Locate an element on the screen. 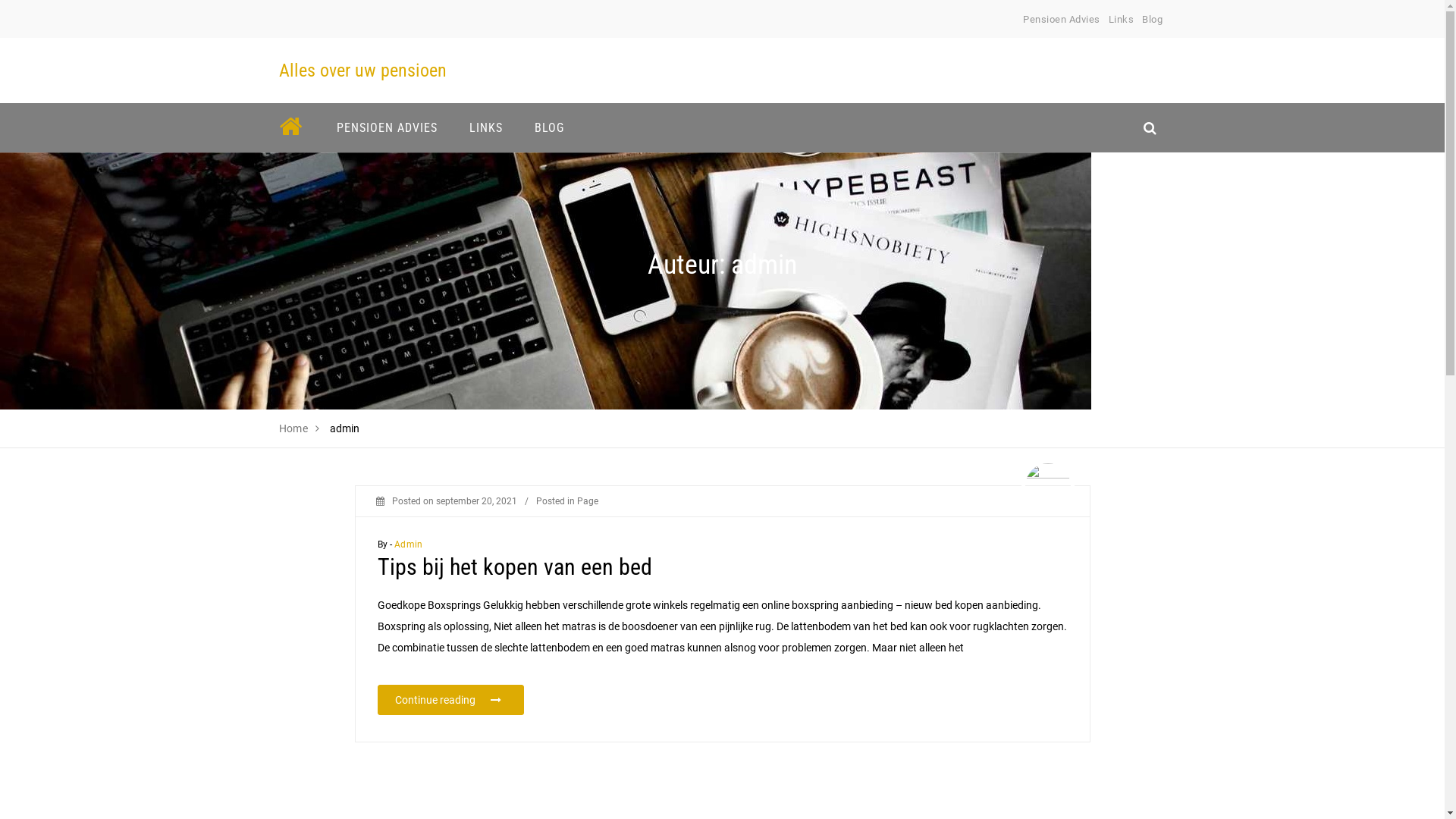  'Admin' is located at coordinates (408, 543).